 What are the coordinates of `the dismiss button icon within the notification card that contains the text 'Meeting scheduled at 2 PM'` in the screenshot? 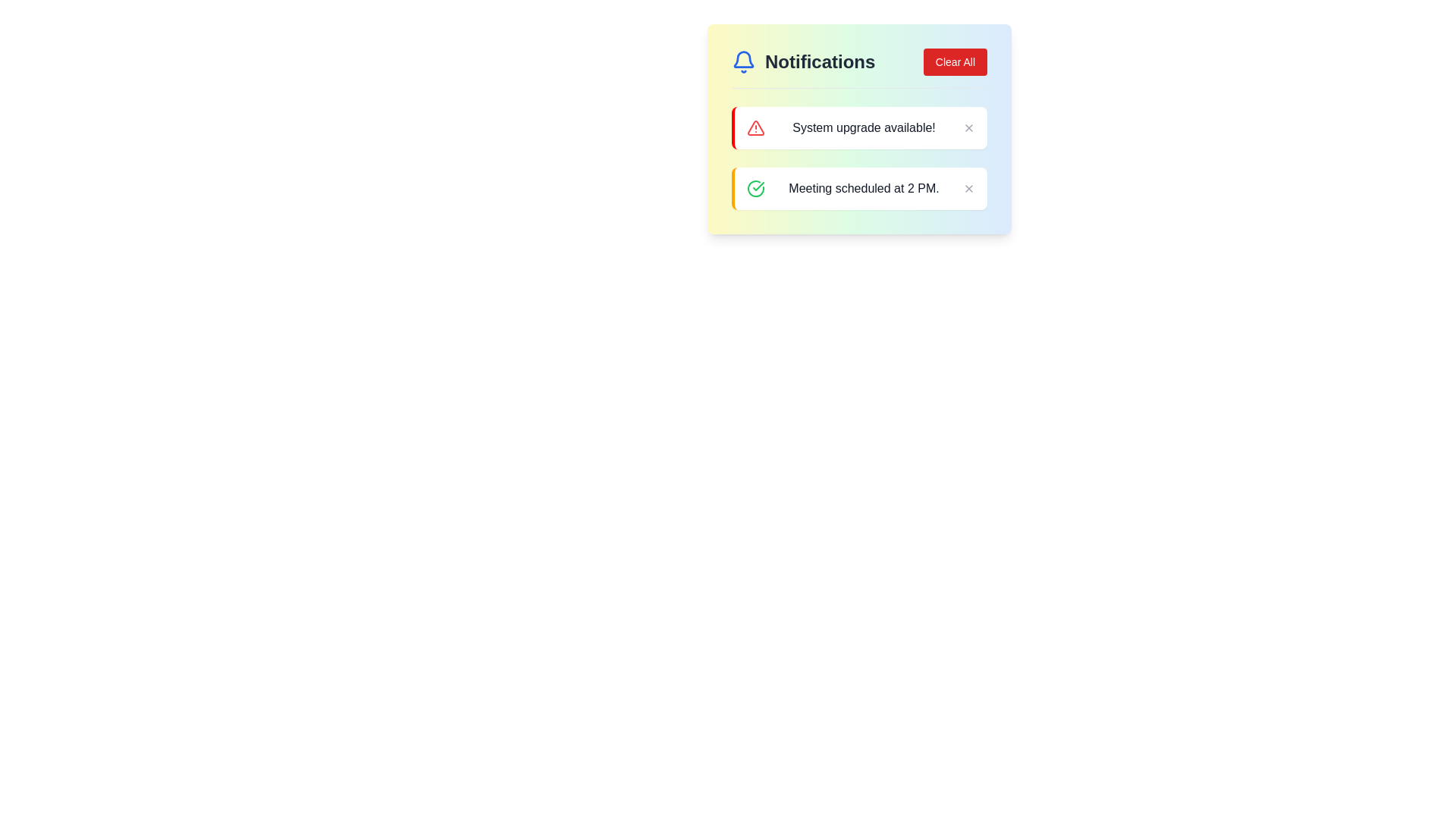 It's located at (968, 188).